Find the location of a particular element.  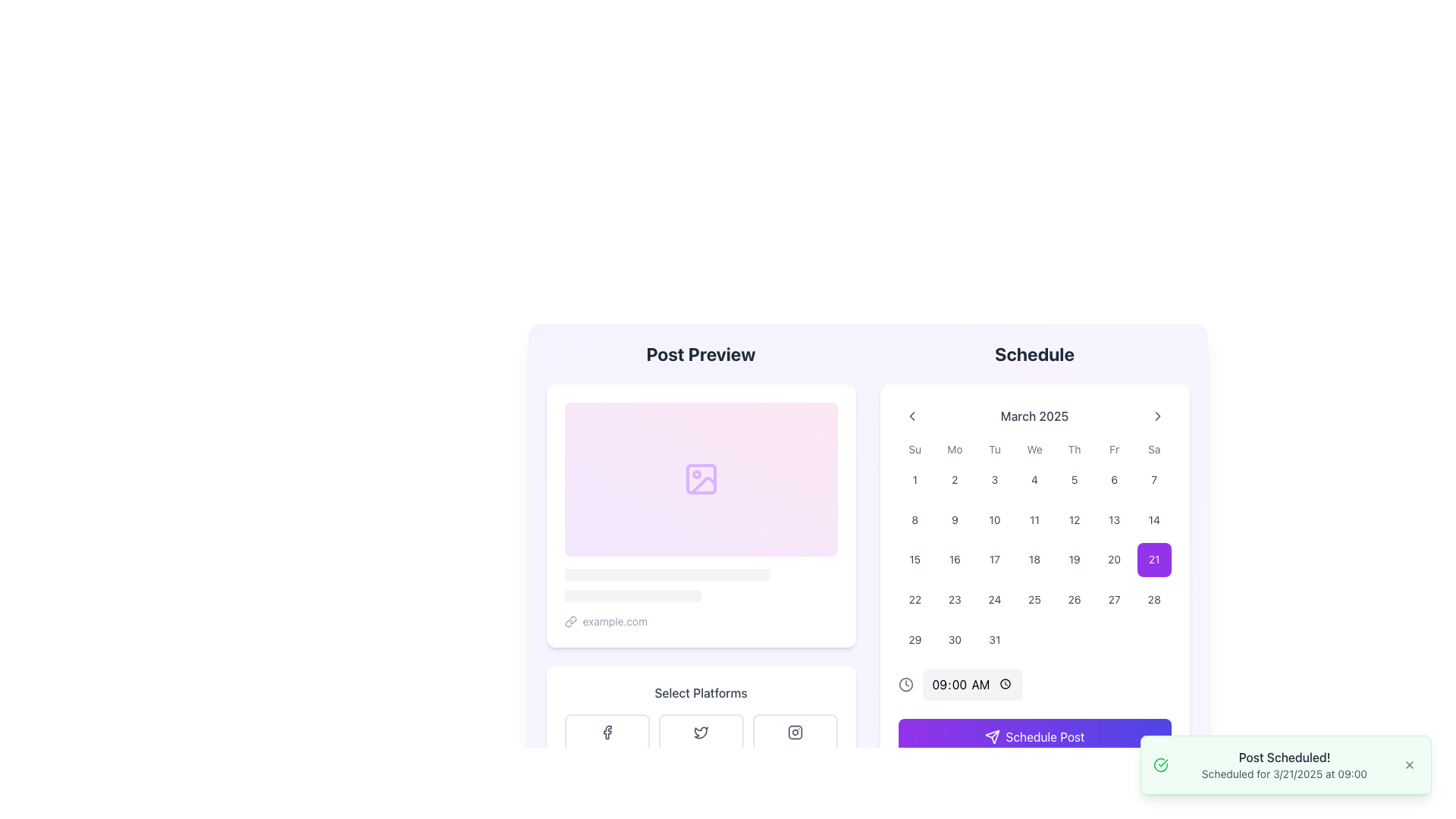

the image or video placeholder, which features a gradient background transitioning from purple to pink and contains a light purple abstract symbol at its center is located at coordinates (700, 479).